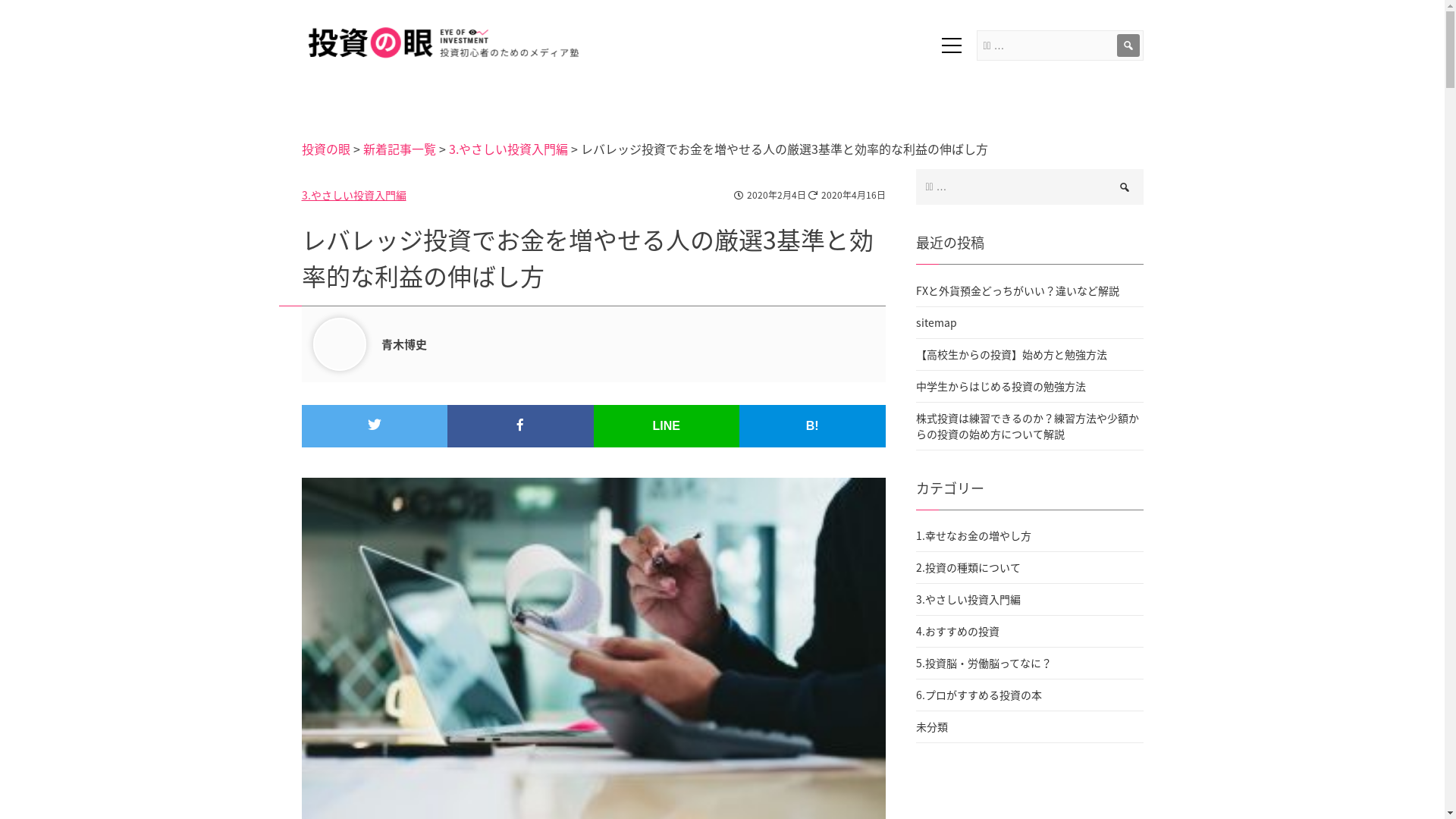 The height and width of the screenshot is (819, 1456). Describe the element at coordinates (1030, 321) in the screenshot. I see `'sitemap'` at that location.